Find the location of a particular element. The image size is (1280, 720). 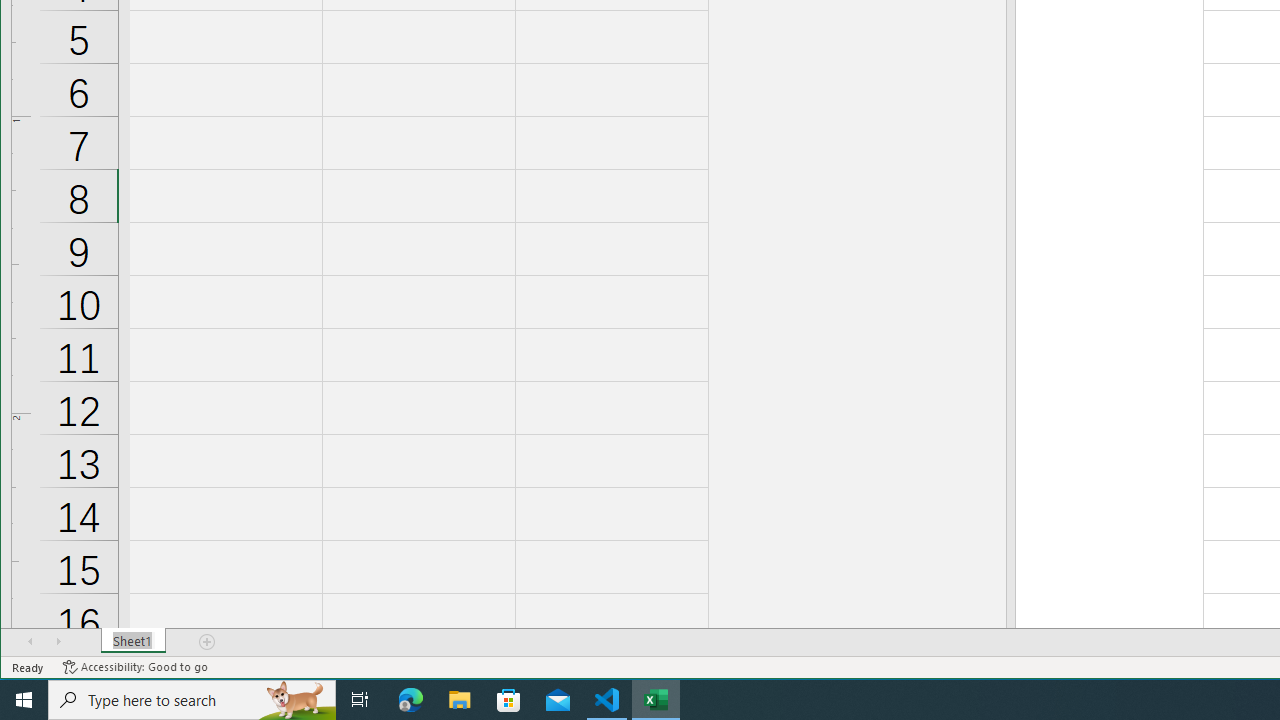

'Start' is located at coordinates (24, 698).